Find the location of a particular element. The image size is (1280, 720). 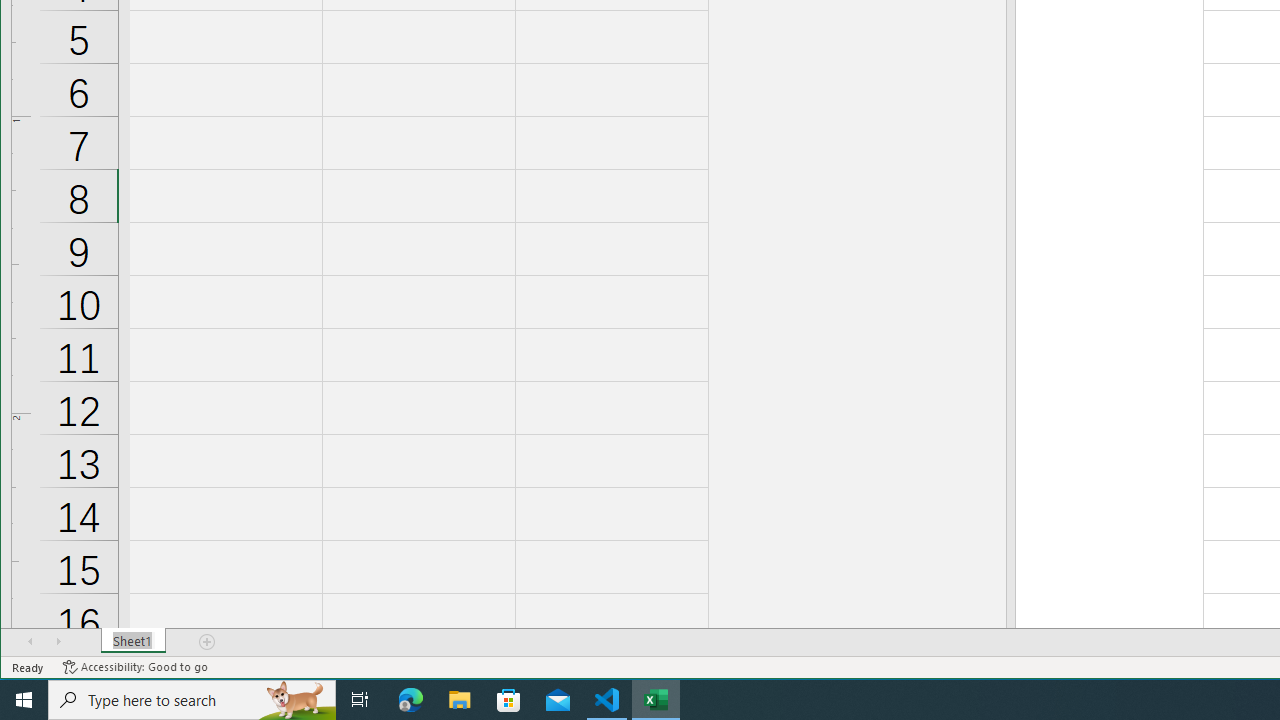

'Start' is located at coordinates (24, 698).